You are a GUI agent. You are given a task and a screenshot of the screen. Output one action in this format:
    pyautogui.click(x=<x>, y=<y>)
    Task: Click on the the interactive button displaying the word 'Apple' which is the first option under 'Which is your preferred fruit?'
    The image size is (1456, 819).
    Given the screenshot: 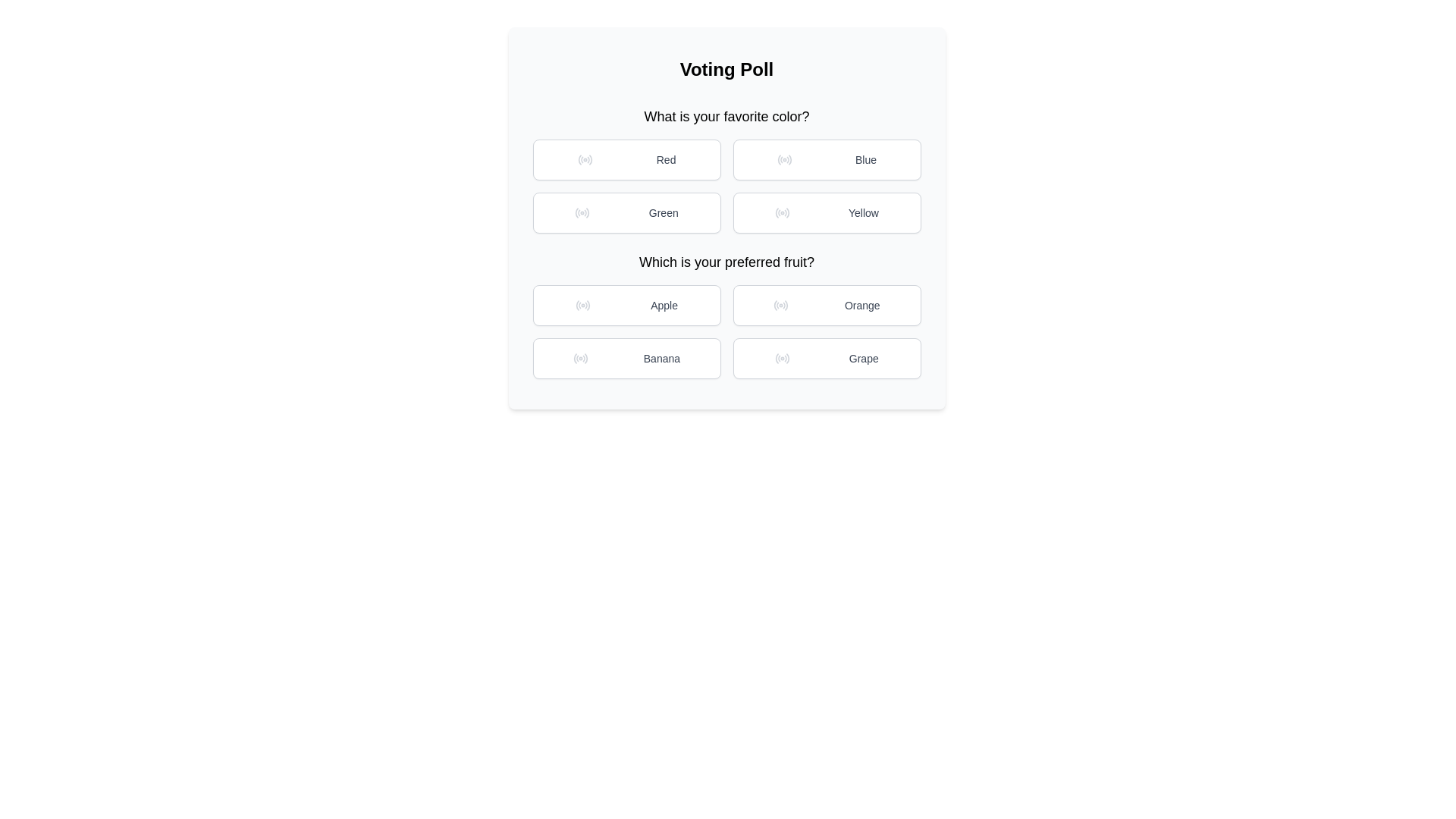 What is the action you would take?
    pyautogui.click(x=664, y=305)
    